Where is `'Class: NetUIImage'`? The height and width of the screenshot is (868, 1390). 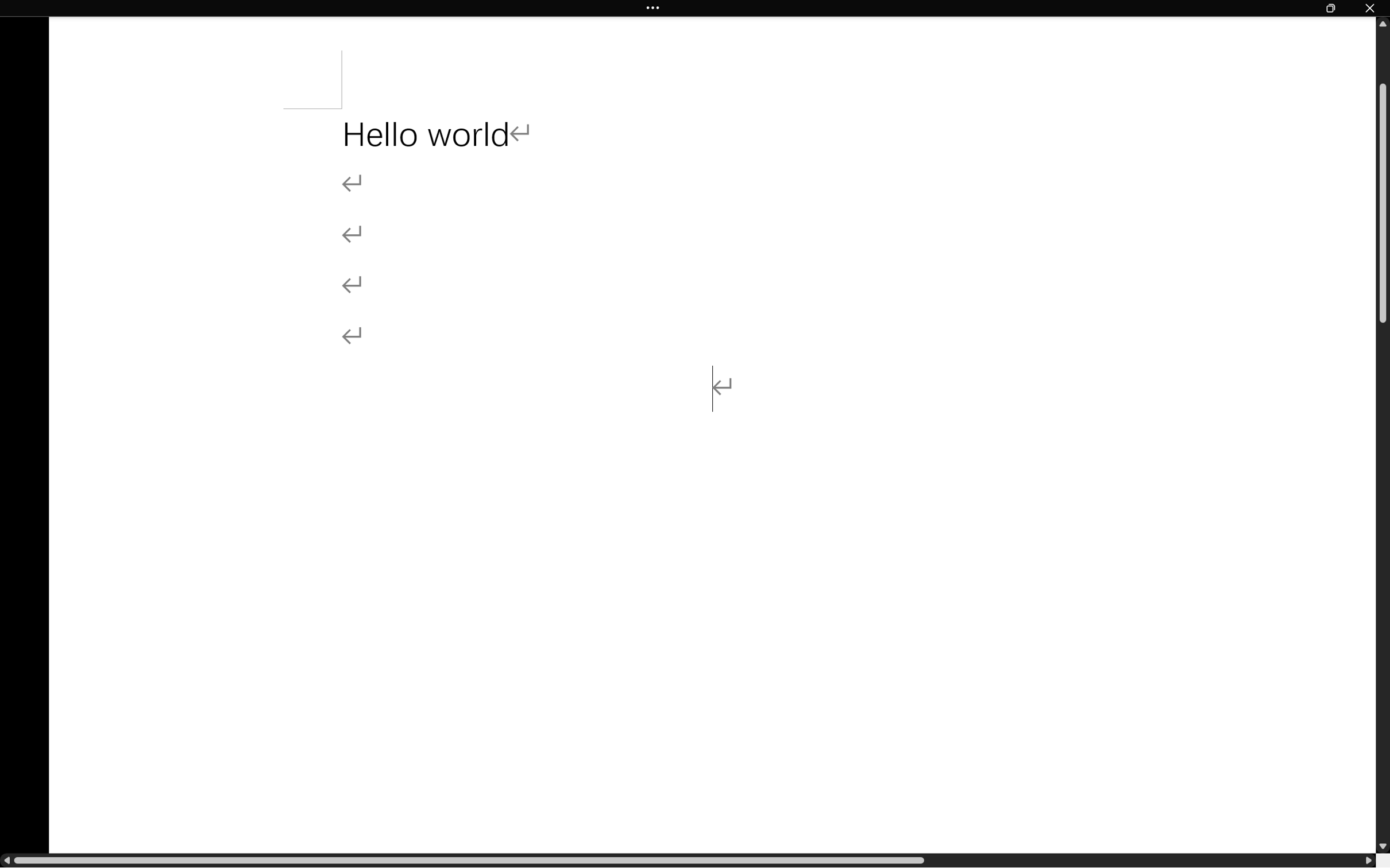 'Class: NetUIImage' is located at coordinates (653, 7).